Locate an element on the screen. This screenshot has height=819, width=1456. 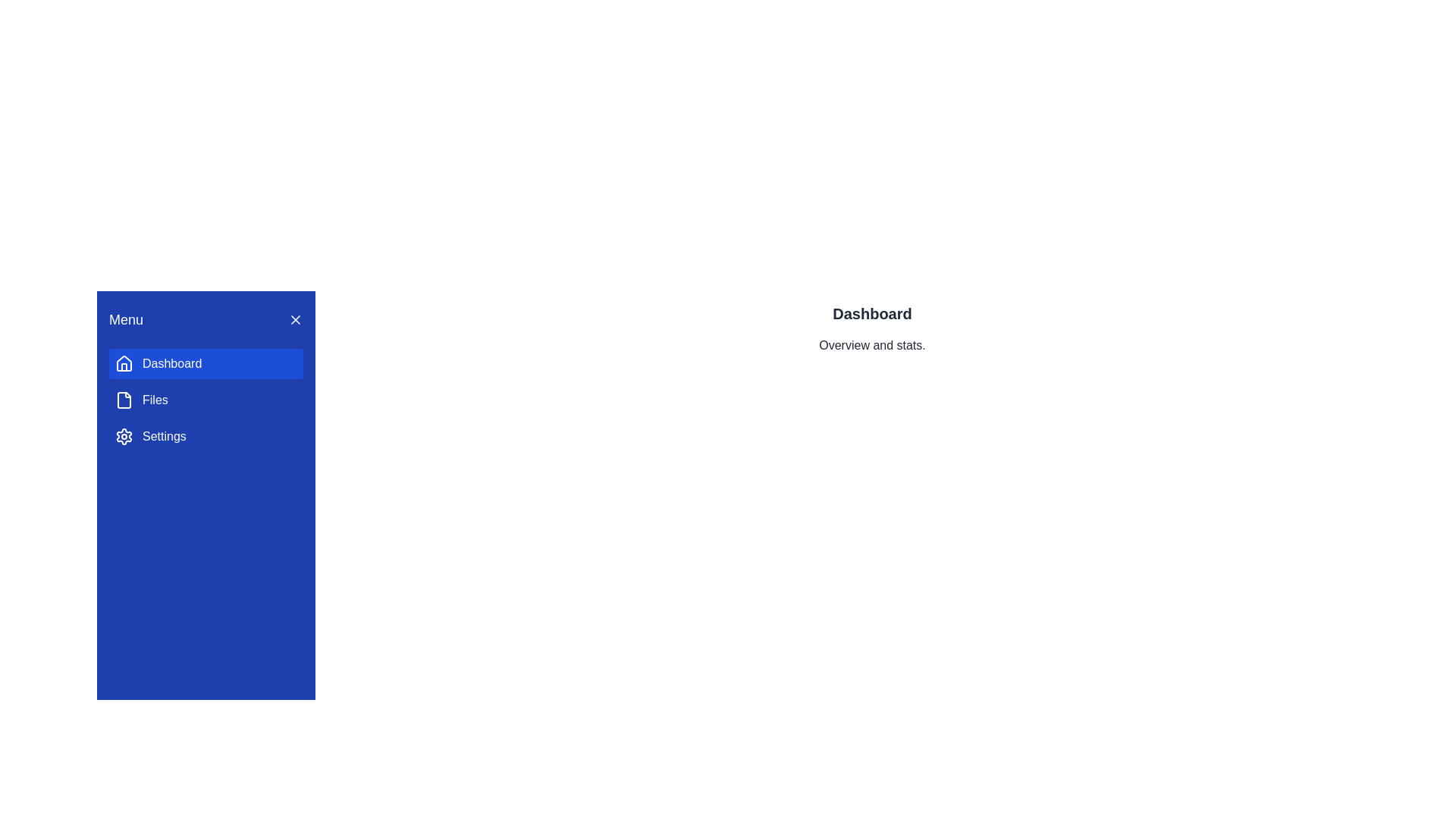
the Files tab by clicking on its label is located at coordinates (206, 400).